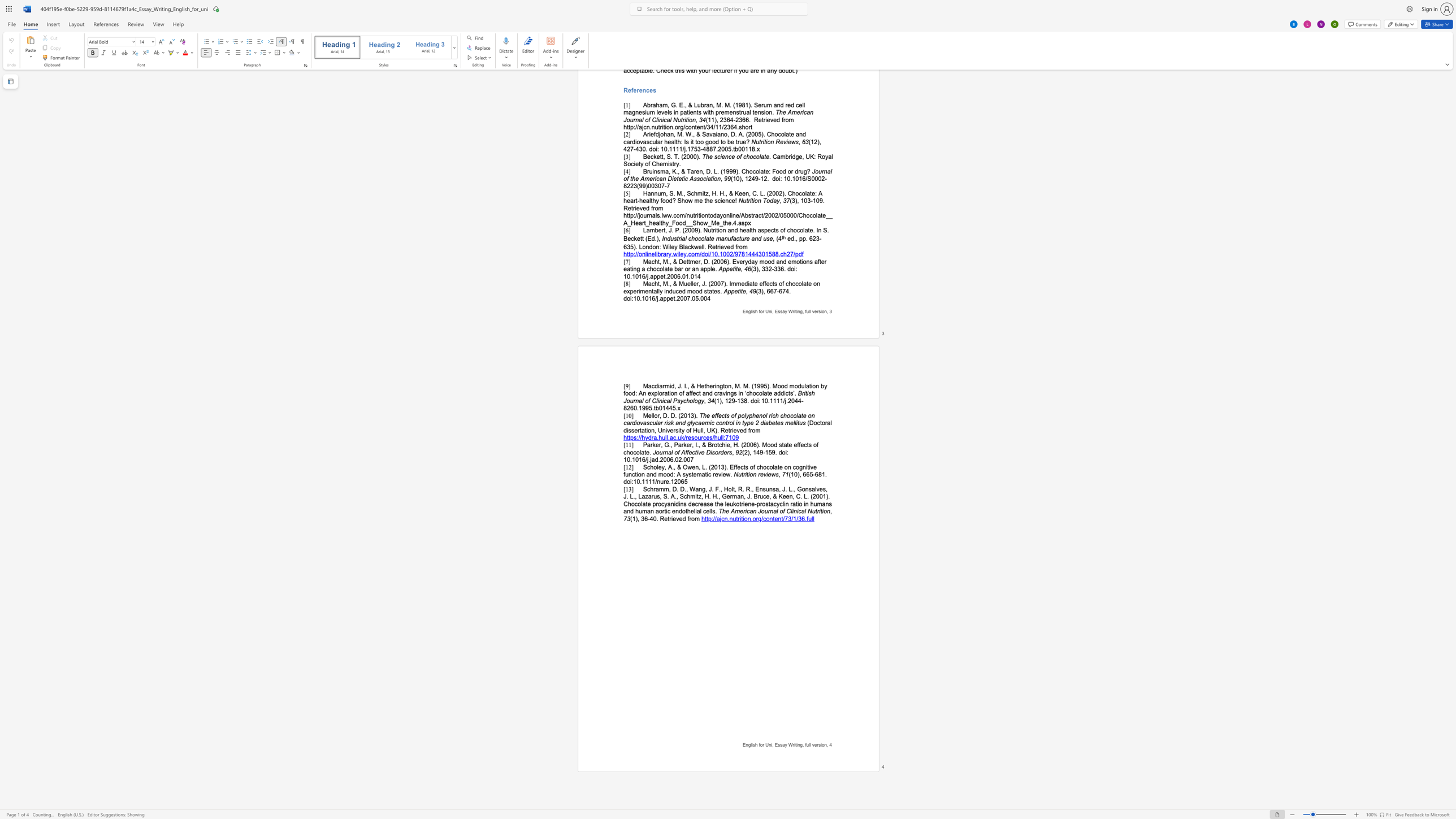 Image resolution: width=1456 pixels, height=819 pixels. Describe the element at coordinates (648, 518) in the screenshot. I see `the 1th character "-" in the text` at that location.